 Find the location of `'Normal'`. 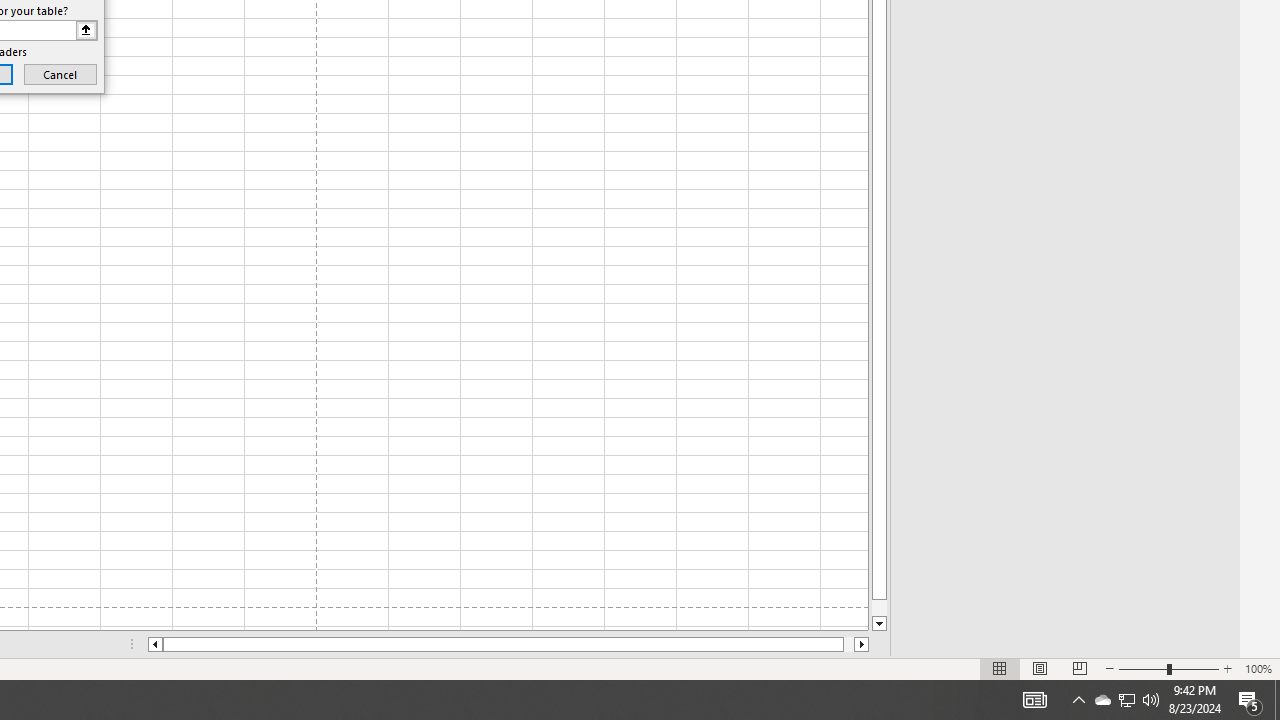

'Normal' is located at coordinates (1000, 669).